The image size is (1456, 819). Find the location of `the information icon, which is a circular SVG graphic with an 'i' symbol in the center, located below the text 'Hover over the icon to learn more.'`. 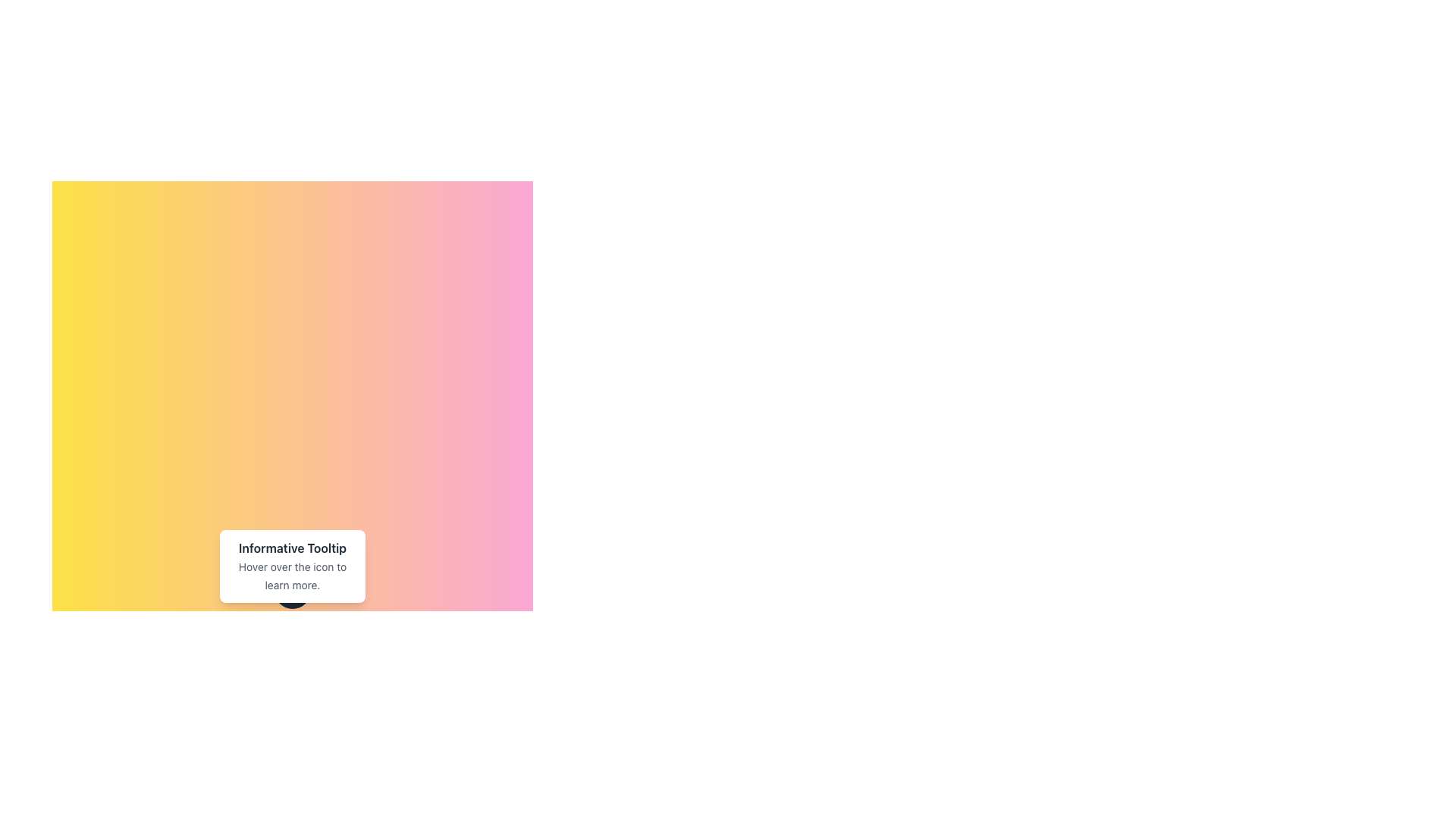

the information icon, which is a circular SVG graphic with an 'i' symbol in the center, located below the text 'Hover over the icon to learn more.' is located at coordinates (292, 590).